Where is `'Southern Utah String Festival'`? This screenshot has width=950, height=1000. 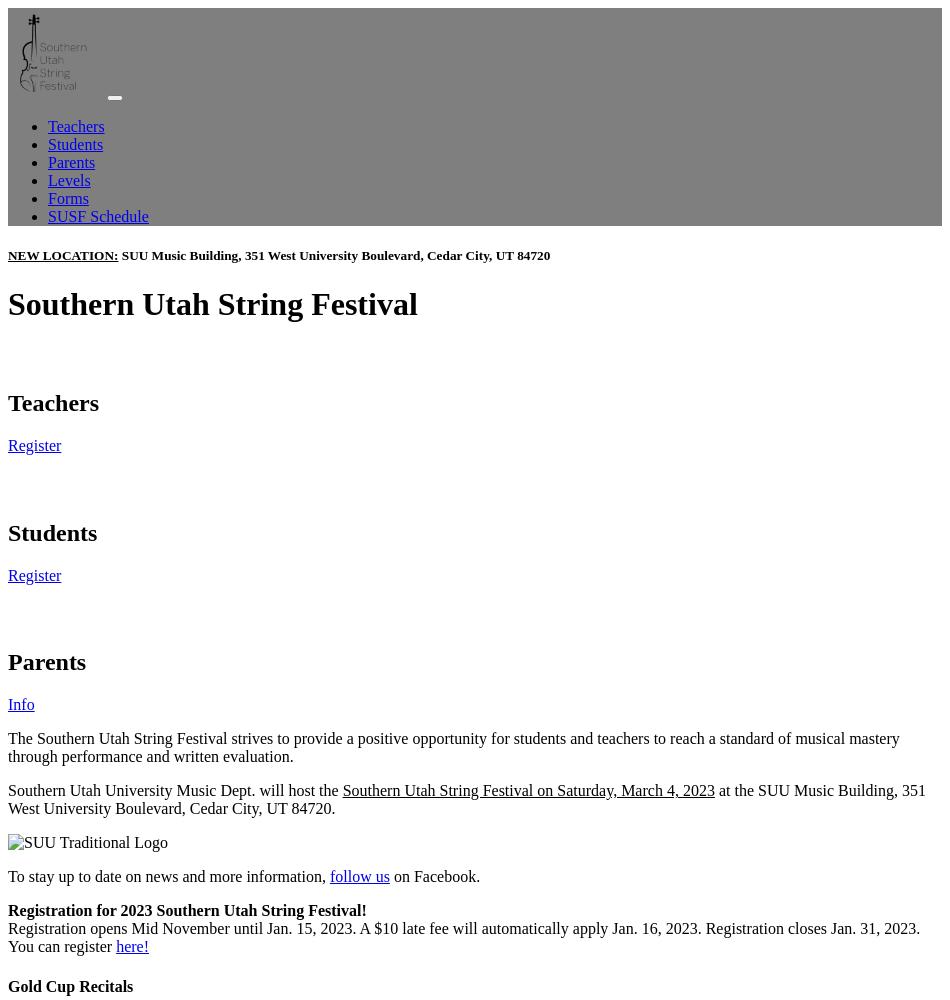
'Southern Utah String Festival' is located at coordinates (212, 304).